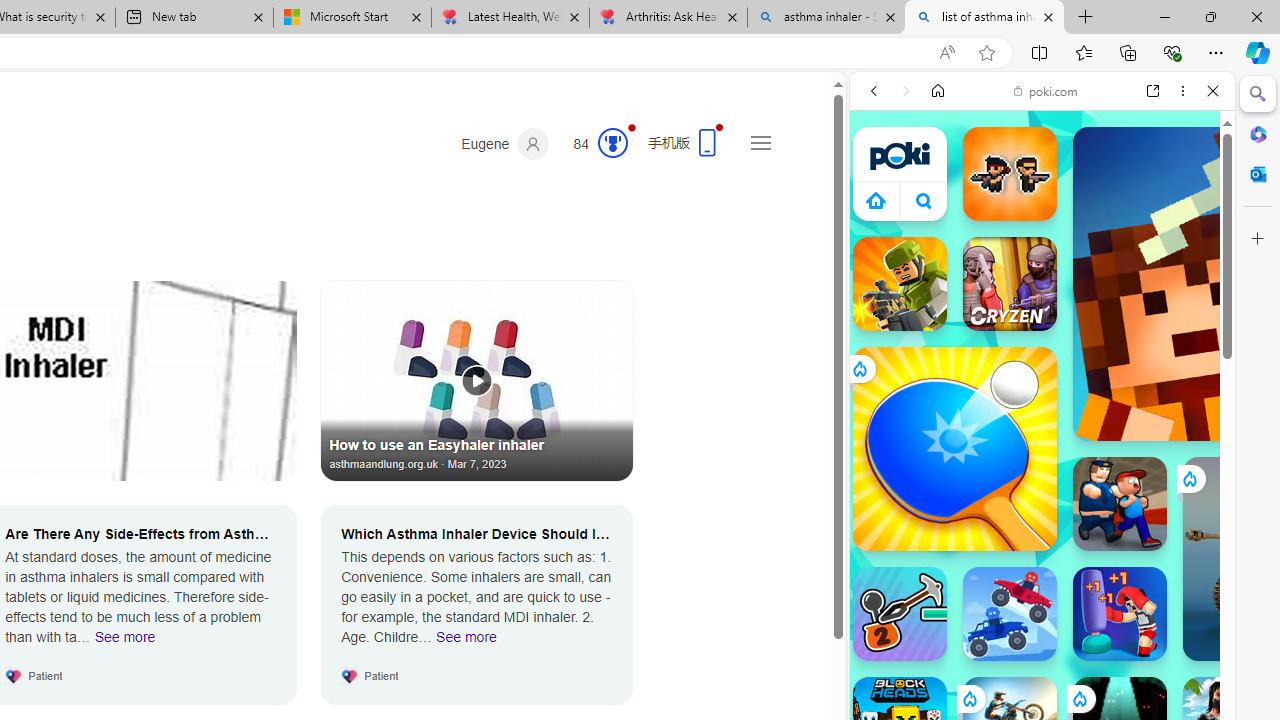 The height and width of the screenshot is (720, 1280). Describe the element at coordinates (898, 284) in the screenshot. I see `'Kour.io Kour.io'` at that location.